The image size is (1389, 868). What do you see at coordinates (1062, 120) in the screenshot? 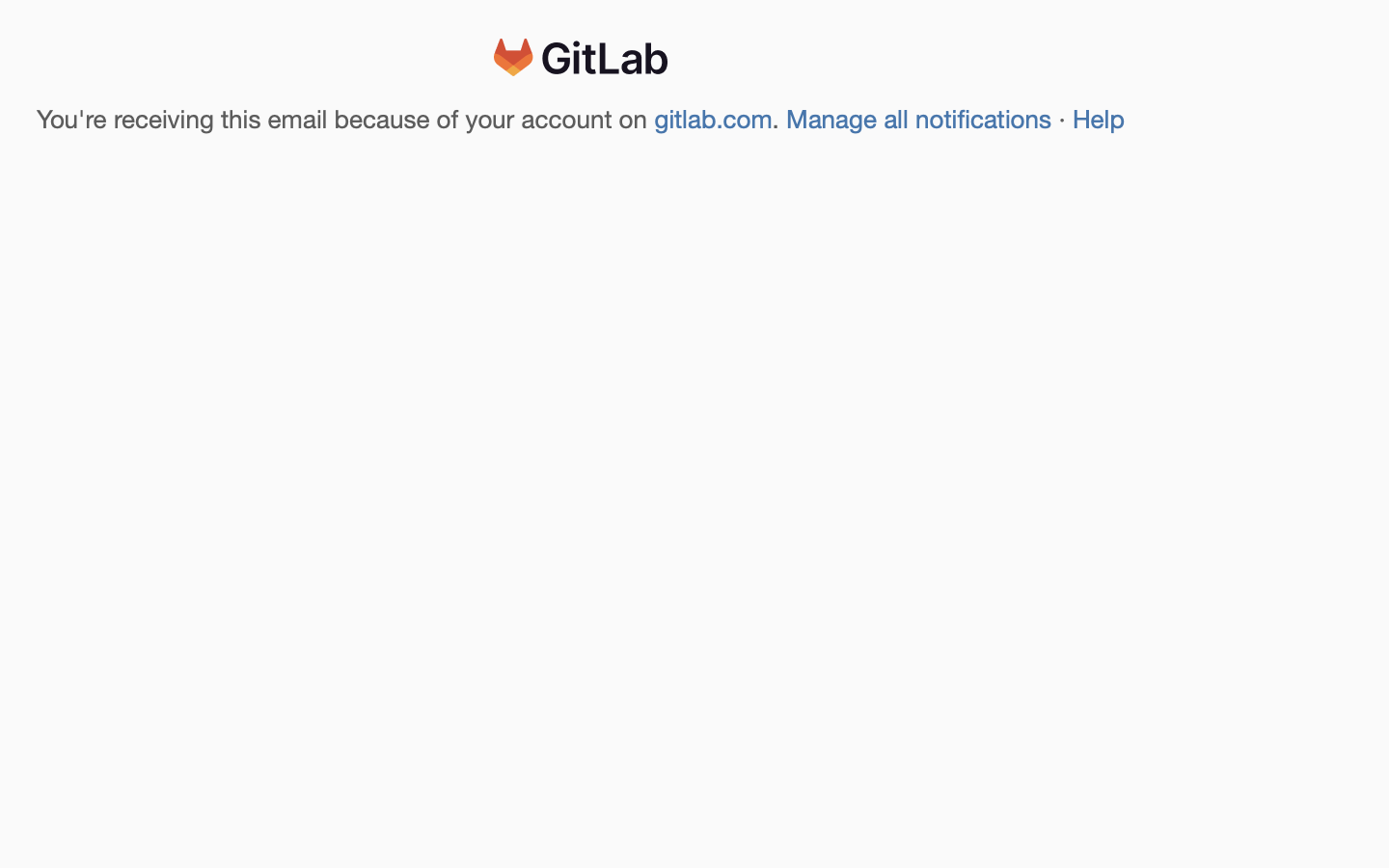
I see `'·'` at bounding box center [1062, 120].